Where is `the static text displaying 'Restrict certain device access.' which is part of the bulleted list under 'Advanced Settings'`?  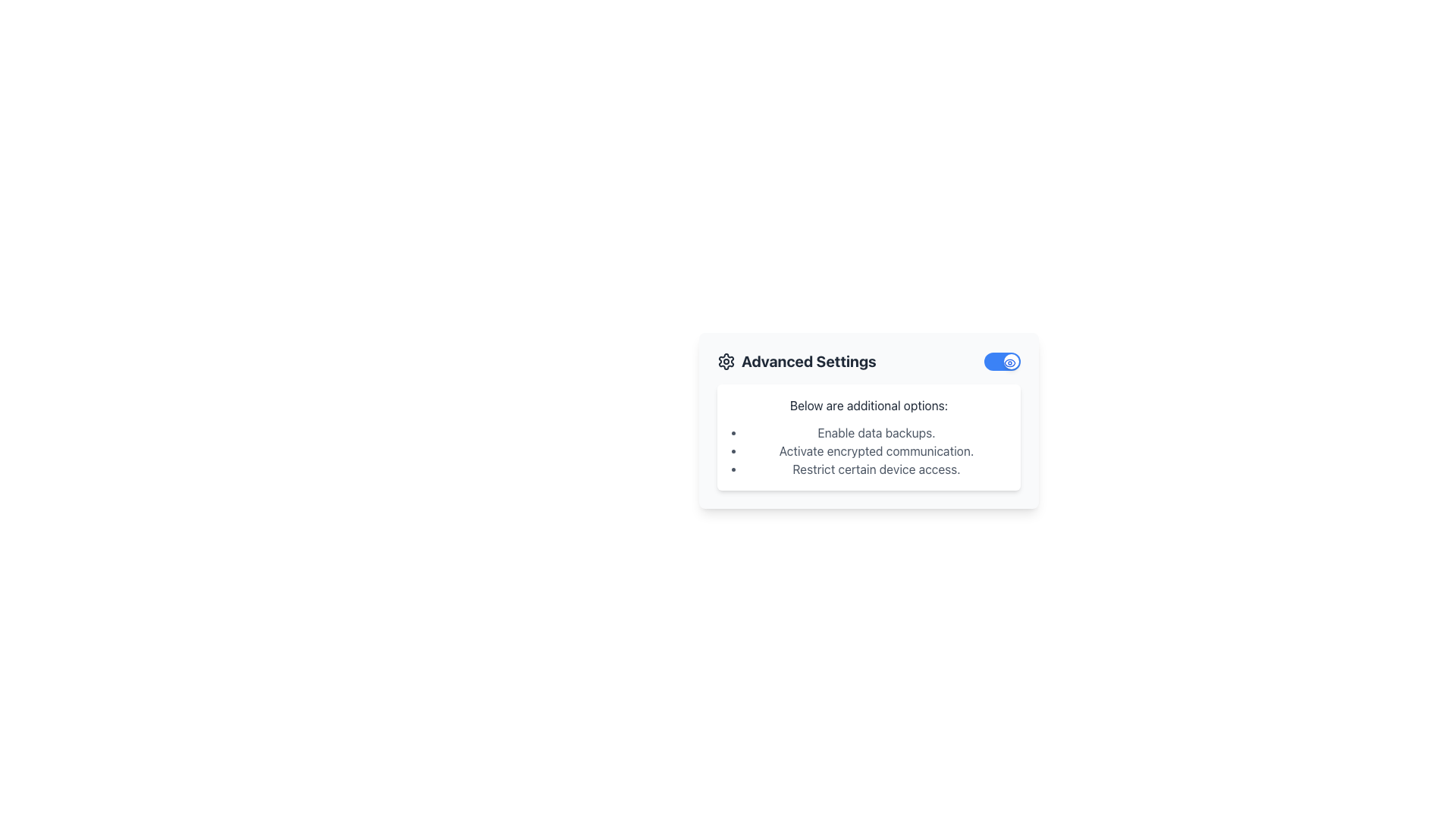
the static text displaying 'Restrict certain device access.' which is part of the bulleted list under 'Advanced Settings' is located at coordinates (877, 468).